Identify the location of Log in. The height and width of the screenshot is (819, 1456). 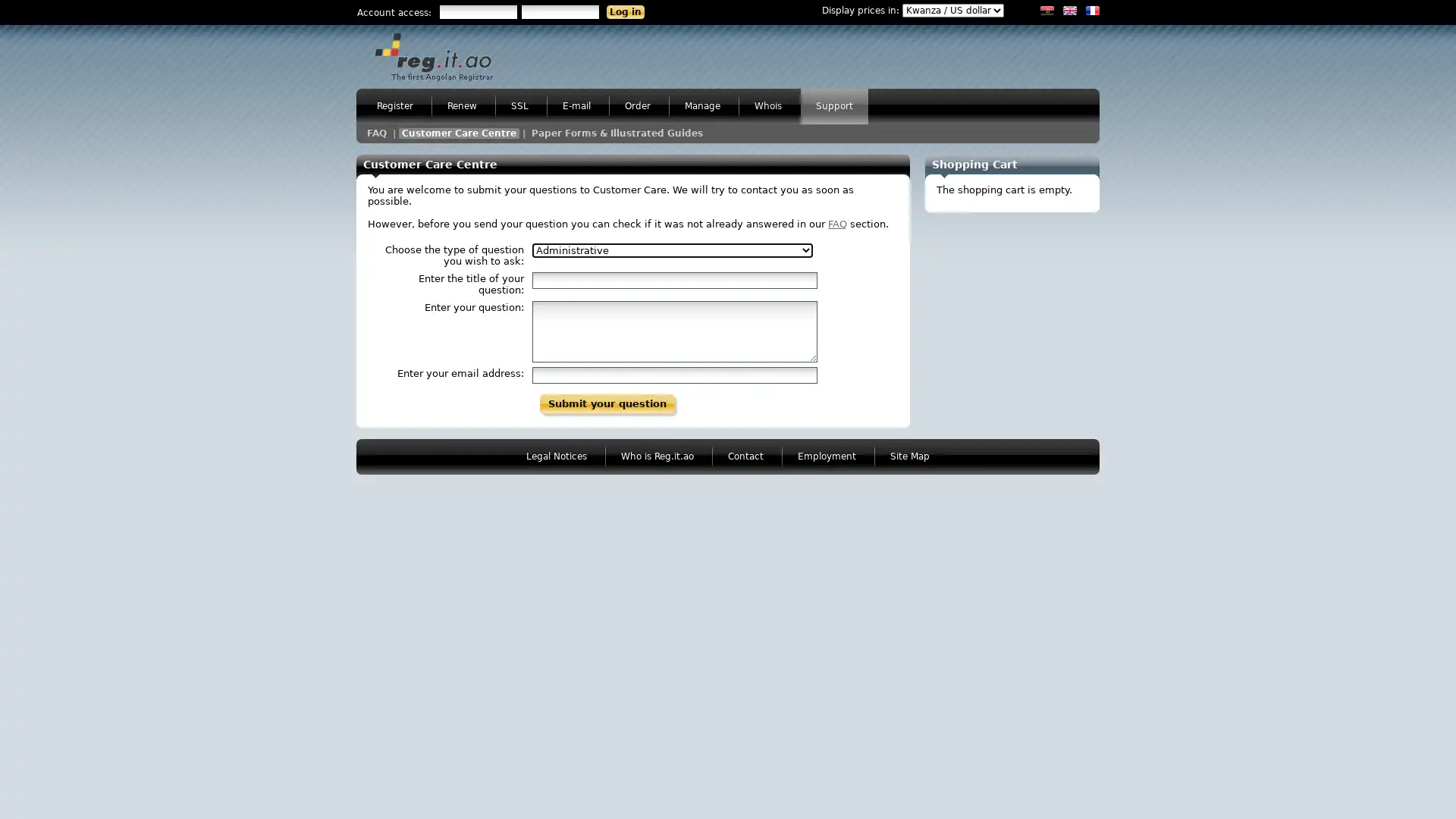
(626, 11).